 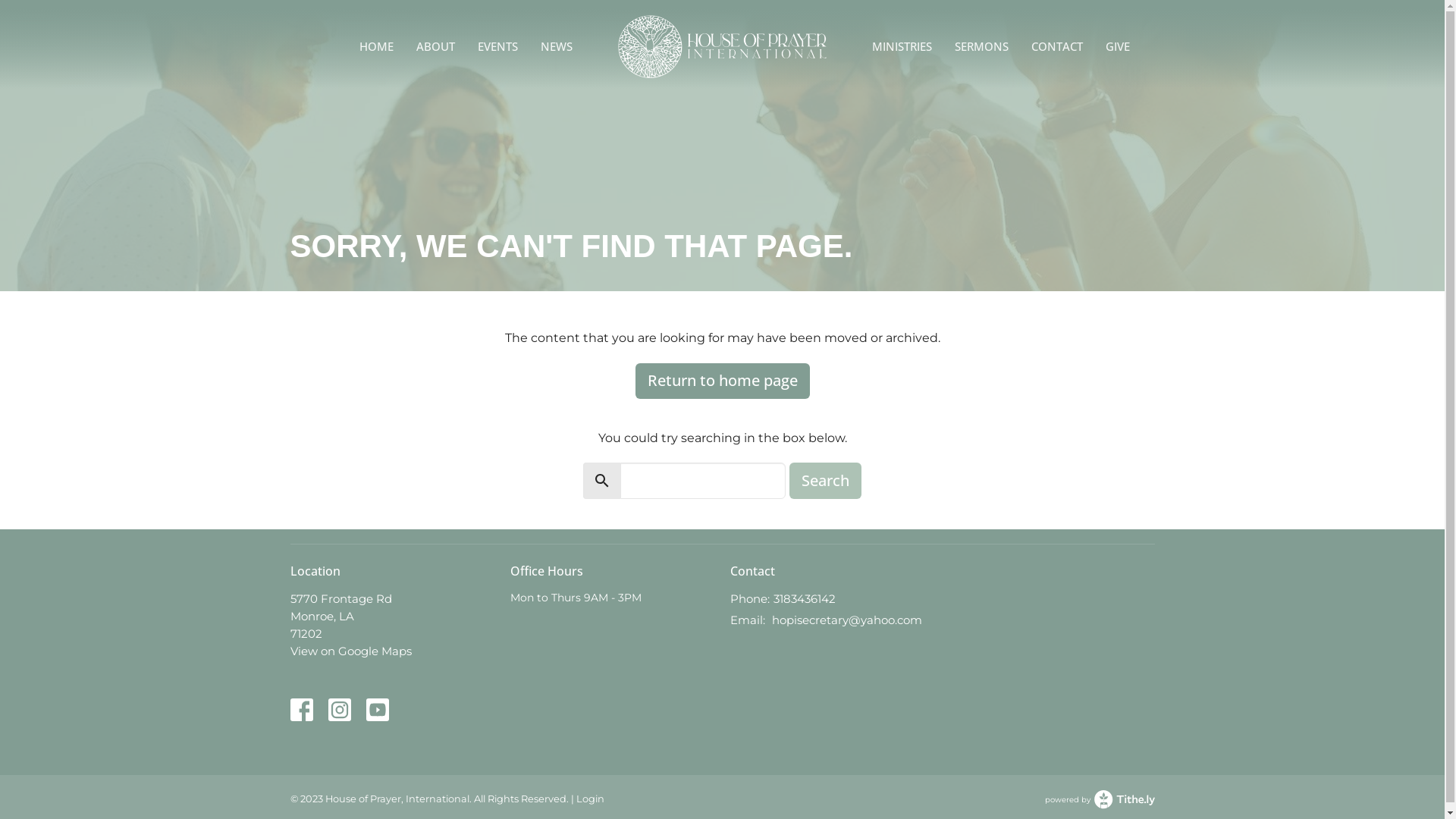 What do you see at coordinates (981, 45) in the screenshot?
I see `'SERMONS'` at bounding box center [981, 45].